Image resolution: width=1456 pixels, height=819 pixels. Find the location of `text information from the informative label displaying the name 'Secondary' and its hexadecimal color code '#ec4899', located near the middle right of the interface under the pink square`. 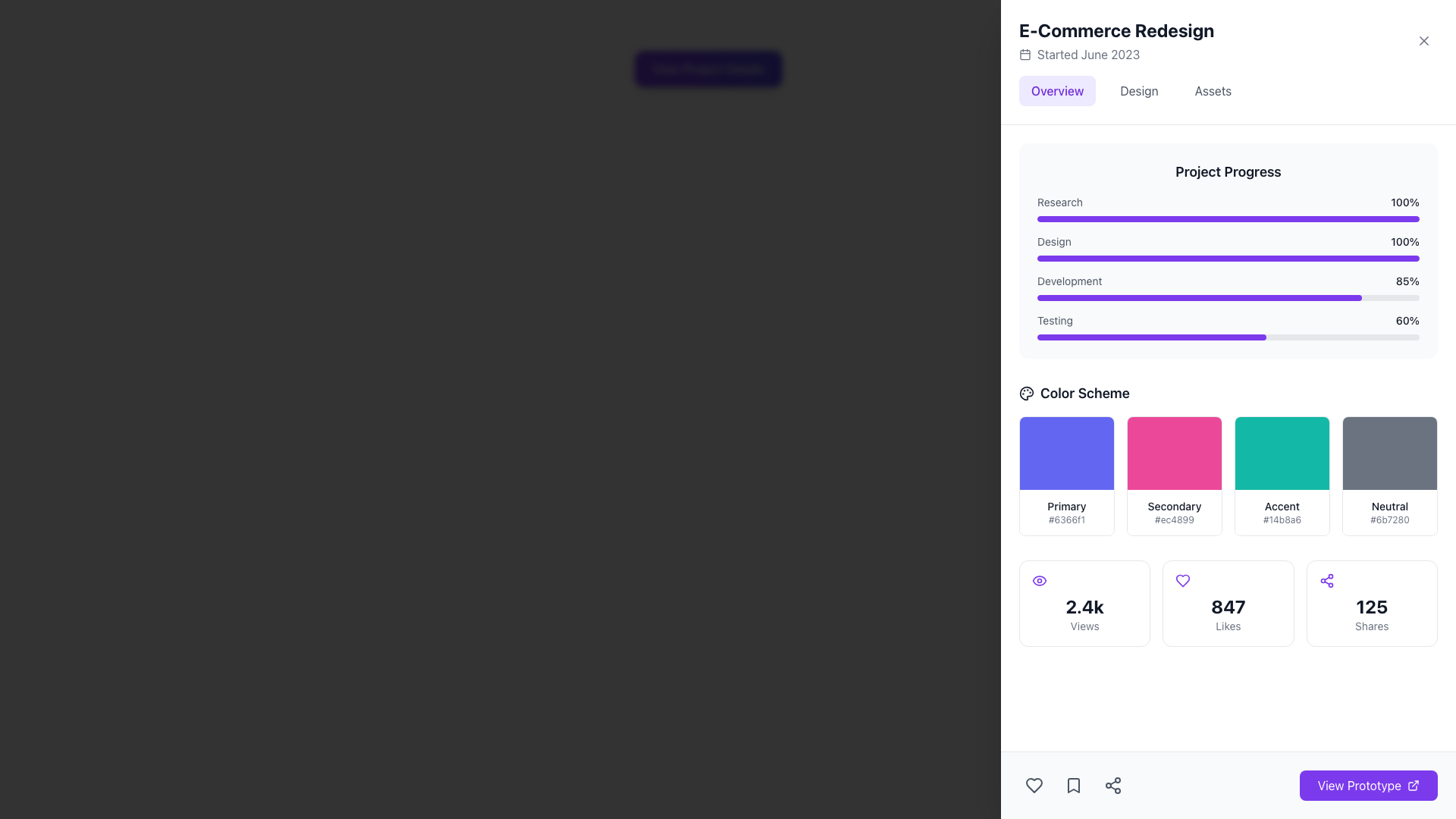

text information from the informative label displaying the name 'Secondary' and its hexadecimal color code '#ec4899', located near the middle right of the interface under the pink square is located at coordinates (1174, 512).